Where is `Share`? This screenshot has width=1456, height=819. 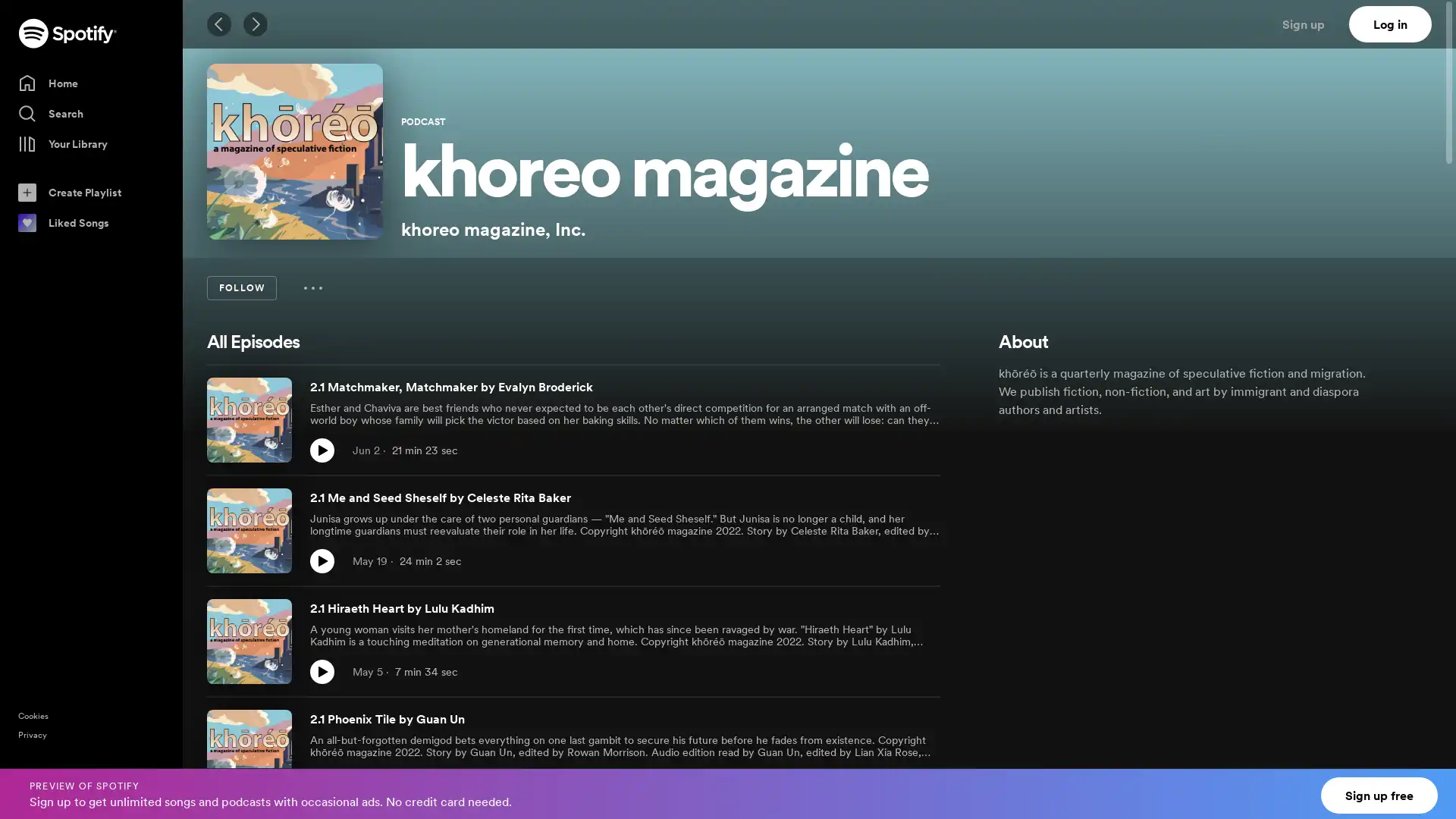 Share is located at coordinates (895, 450).